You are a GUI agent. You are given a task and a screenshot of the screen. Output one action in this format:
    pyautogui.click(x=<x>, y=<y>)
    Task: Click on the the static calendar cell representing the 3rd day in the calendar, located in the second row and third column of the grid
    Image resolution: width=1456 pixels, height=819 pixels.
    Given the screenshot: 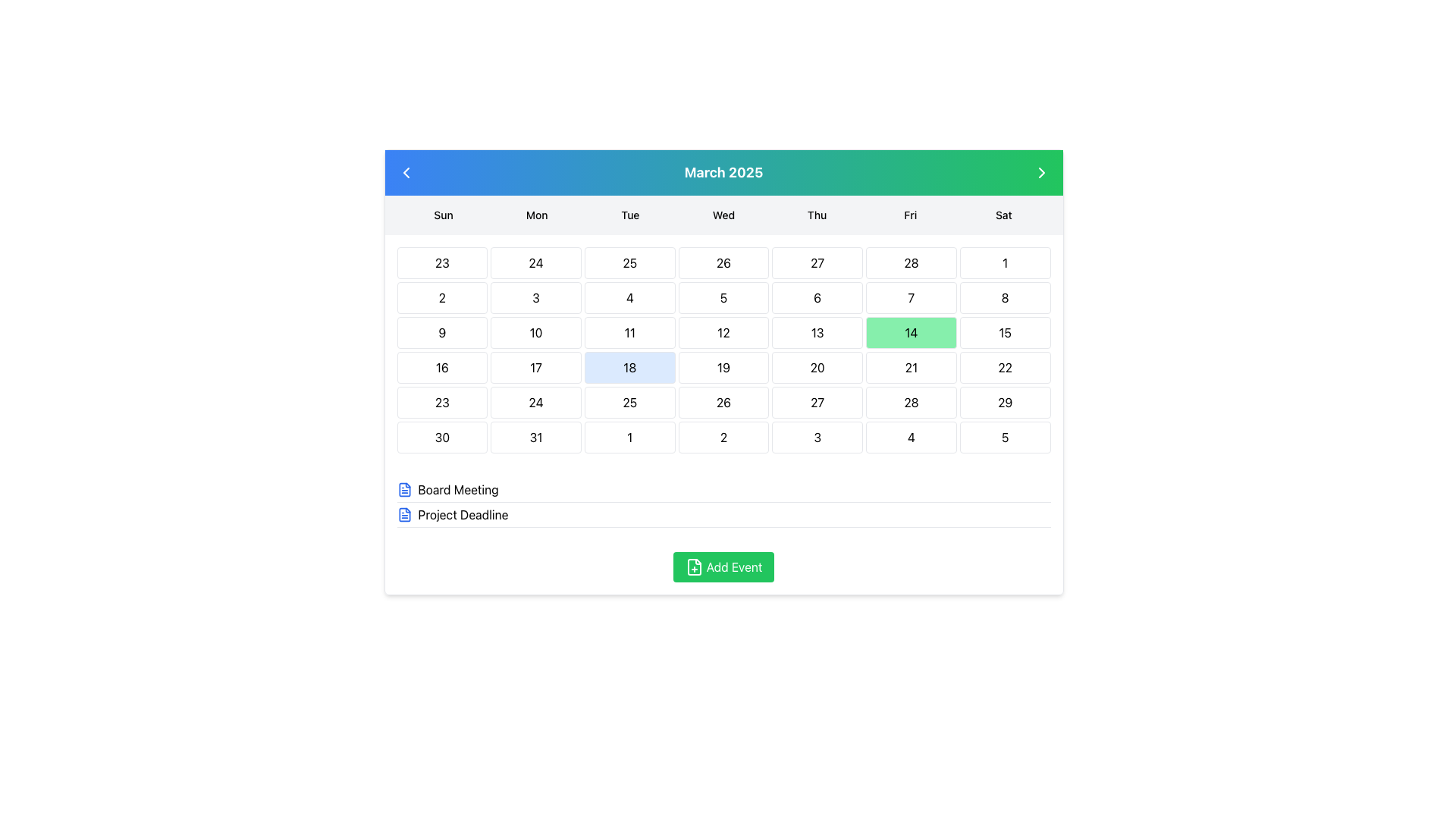 What is the action you would take?
    pyautogui.click(x=536, y=298)
    